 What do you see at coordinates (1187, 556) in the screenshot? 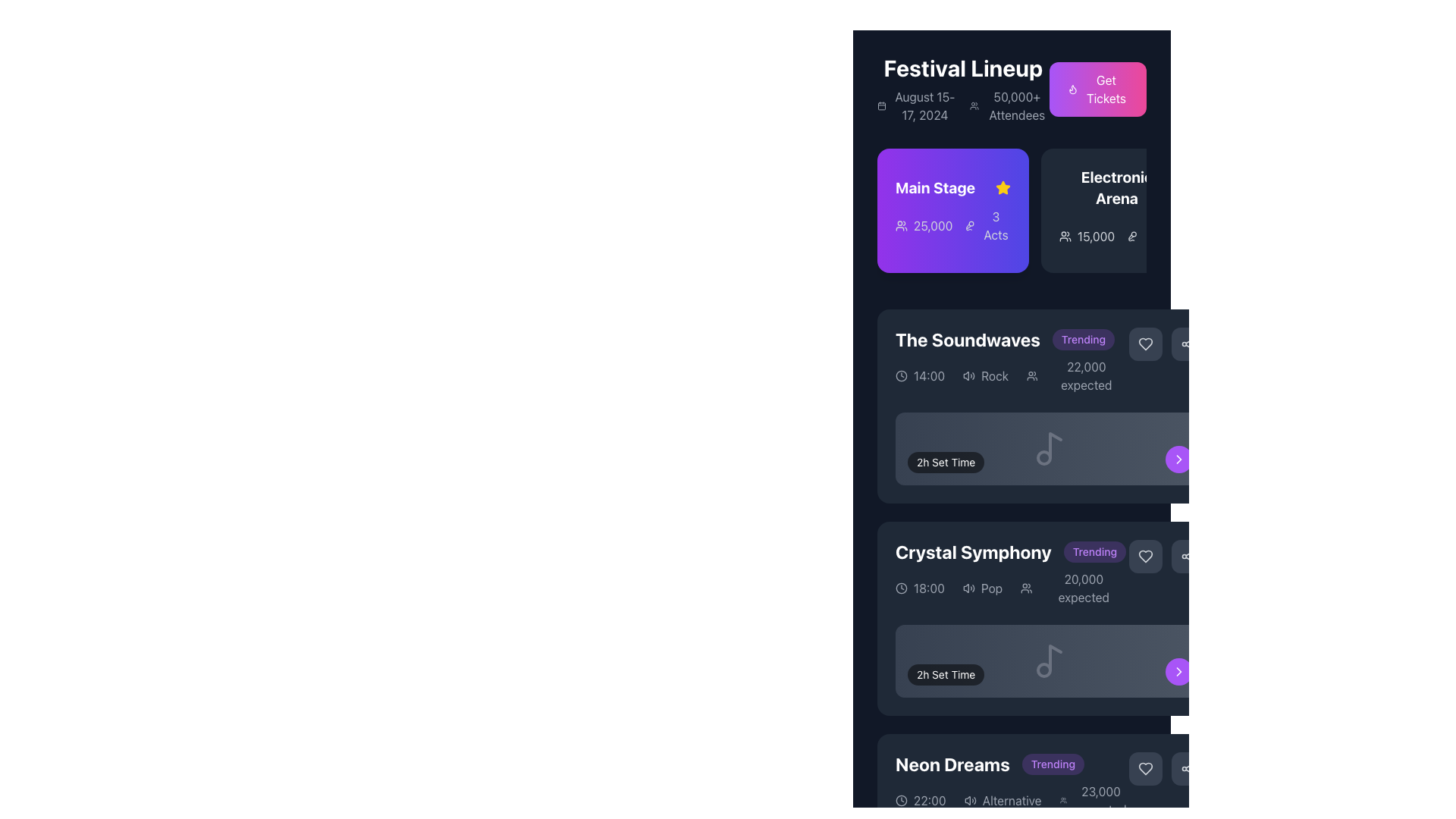
I see `the 'share' icon located in the top-right corner of the 'Crystal Symphony' card` at bounding box center [1187, 556].